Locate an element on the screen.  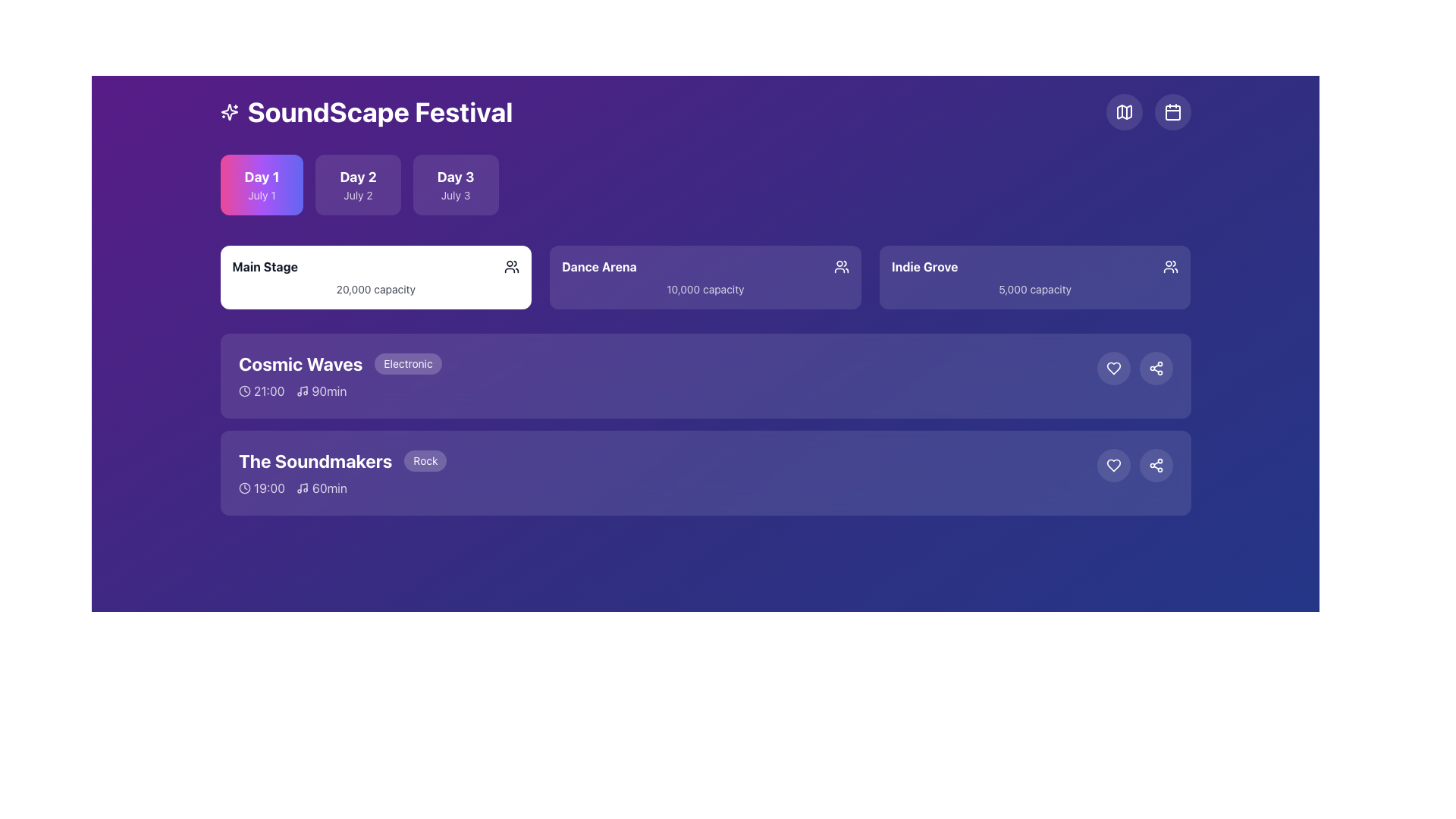
and interpret the text from the Text Label that provides information about the maximum capacity of the venue 'Indie Grove', located beneath the title within the rectangular card is located at coordinates (1034, 289).